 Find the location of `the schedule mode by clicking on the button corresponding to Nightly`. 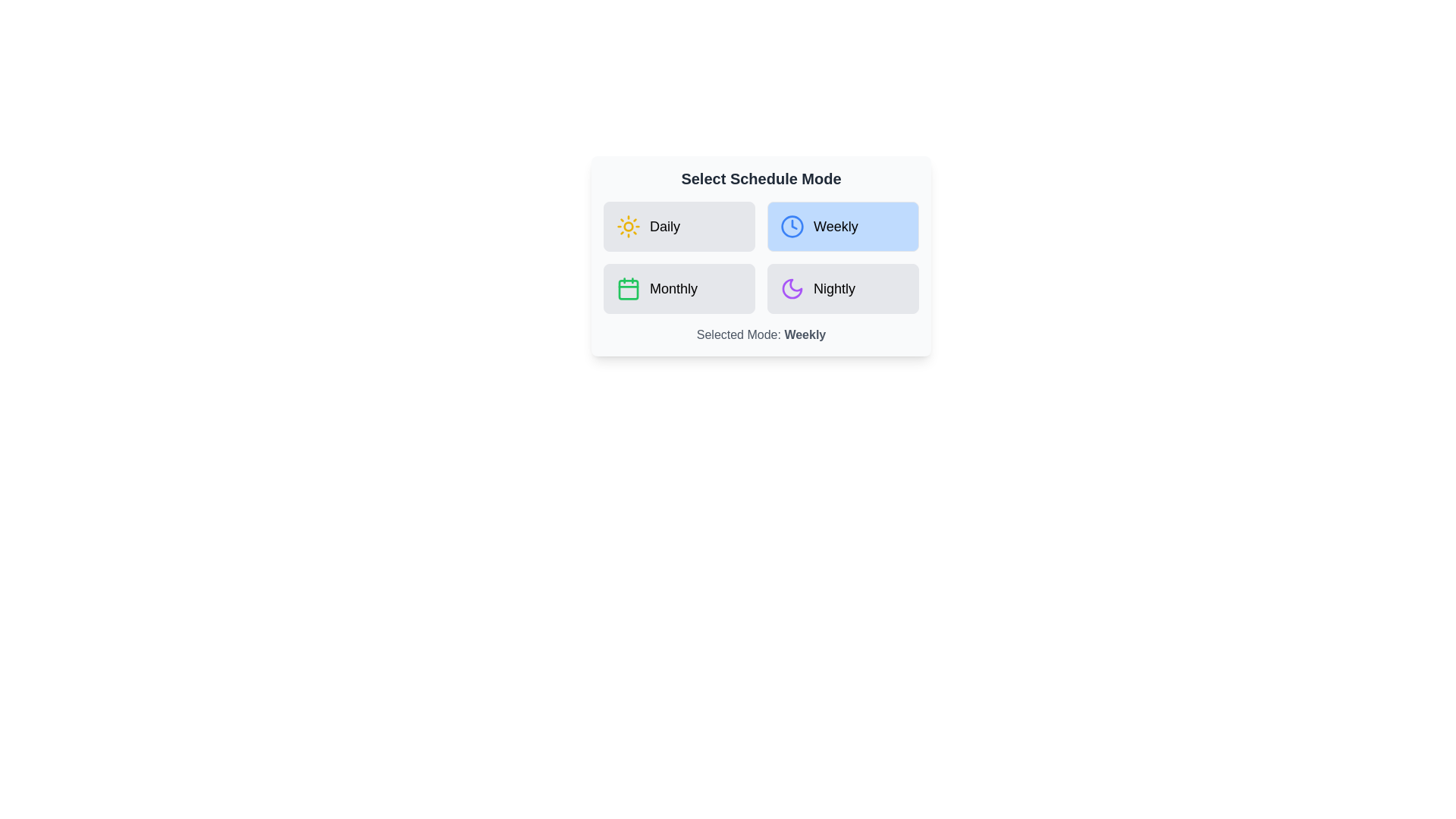

the schedule mode by clicking on the button corresponding to Nightly is located at coordinates (843, 289).